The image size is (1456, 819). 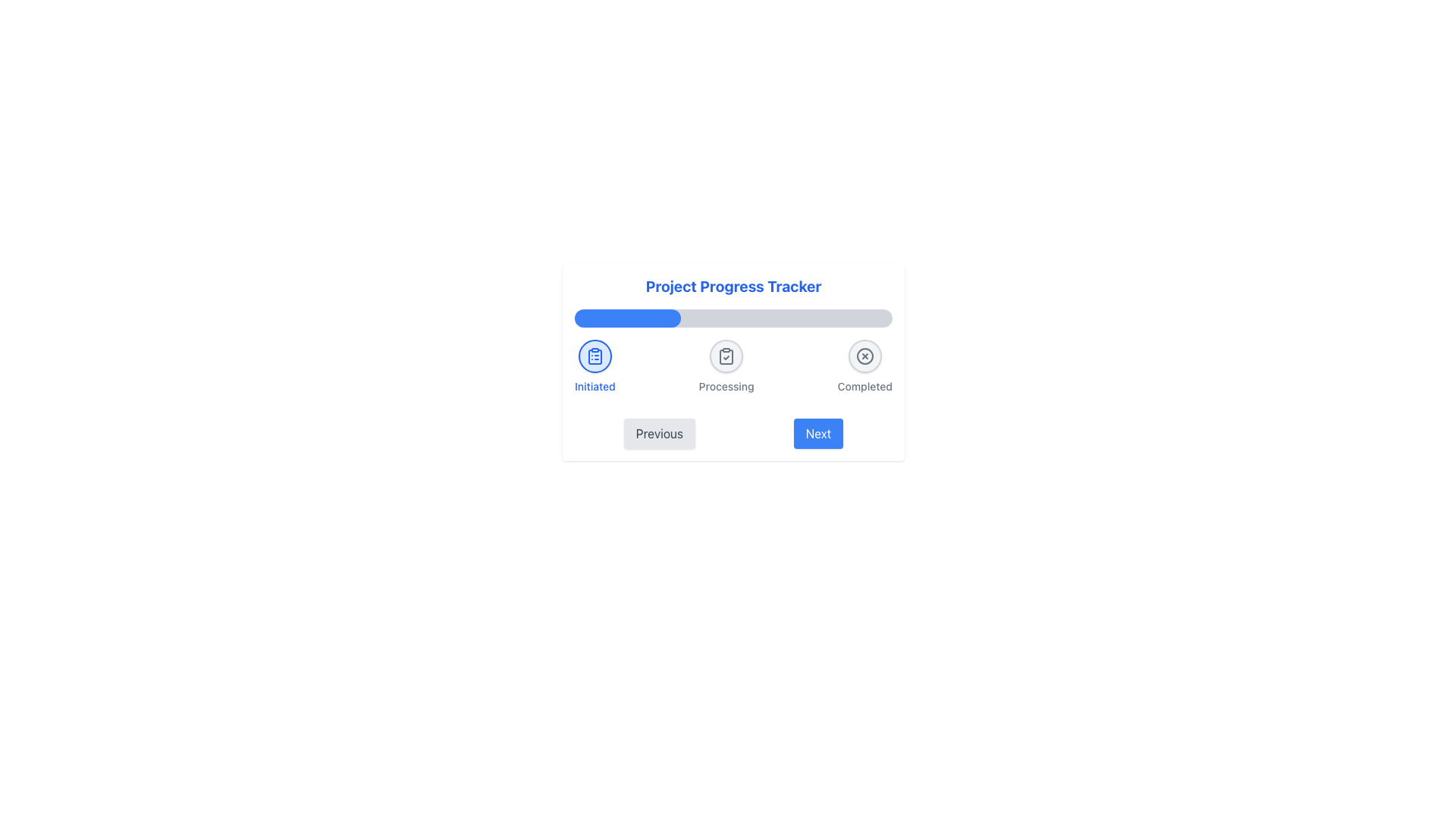 What do you see at coordinates (594, 356) in the screenshot?
I see `the 'Initiated' decorative icon in the project progress tracker, which is the first element in a horizontal sequence of three icons located at the top-left of the group` at bounding box center [594, 356].